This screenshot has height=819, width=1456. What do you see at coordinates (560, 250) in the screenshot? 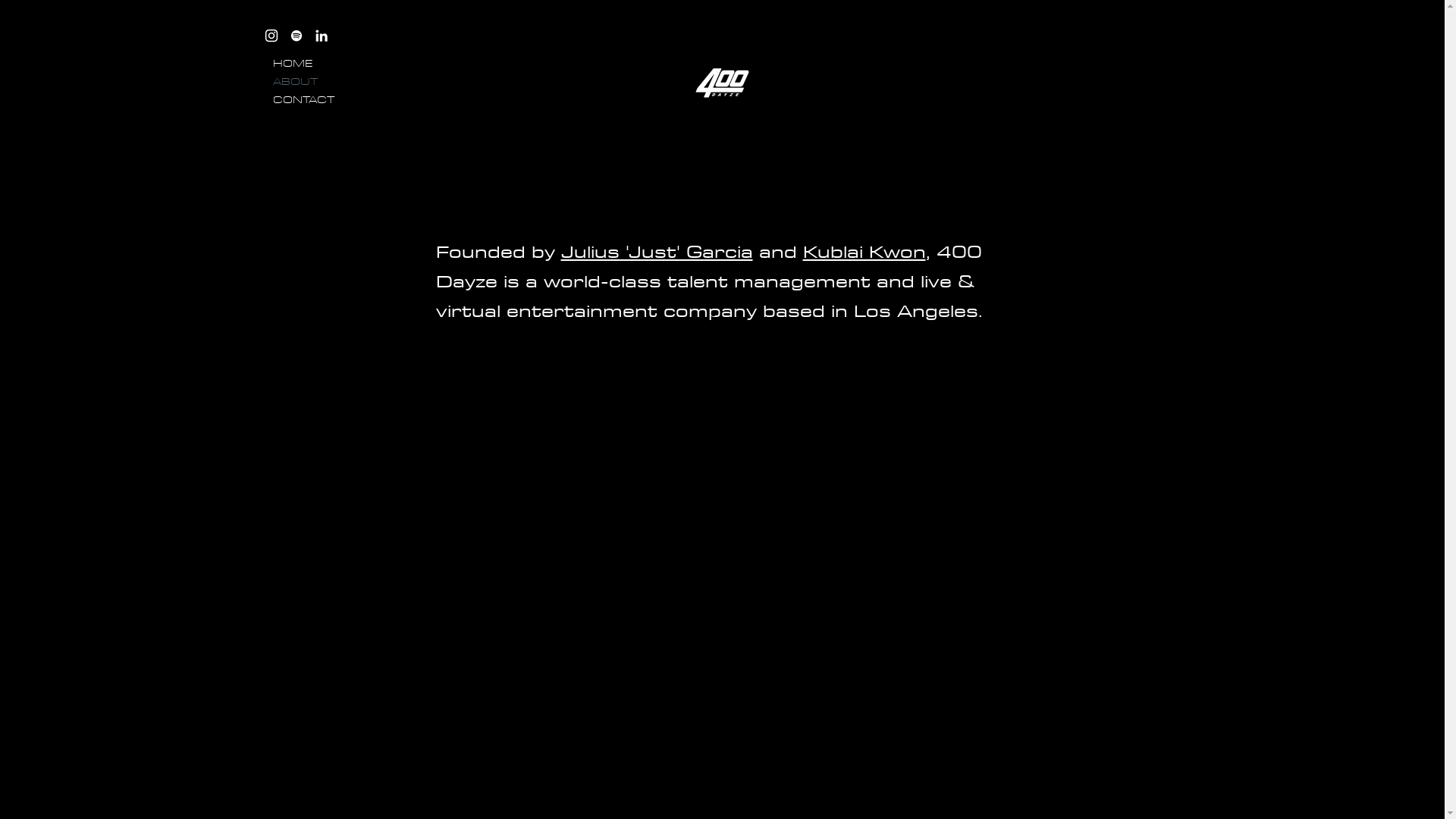
I see `'Julius 'Just' Garcia'` at bounding box center [560, 250].